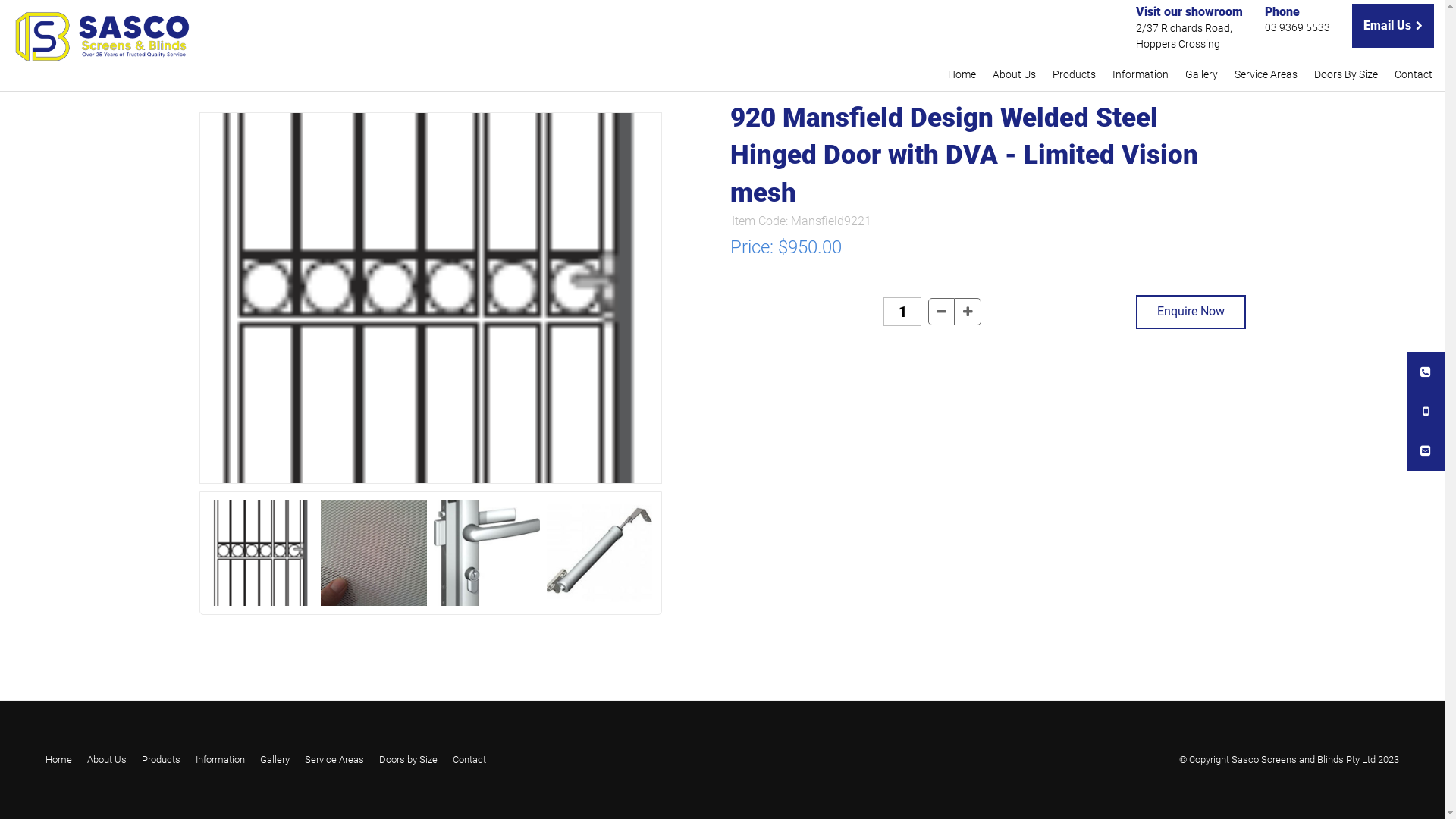  Describe the element at coordinates (1014, 74) in the screenshot. I see `'About Us'` at that location.